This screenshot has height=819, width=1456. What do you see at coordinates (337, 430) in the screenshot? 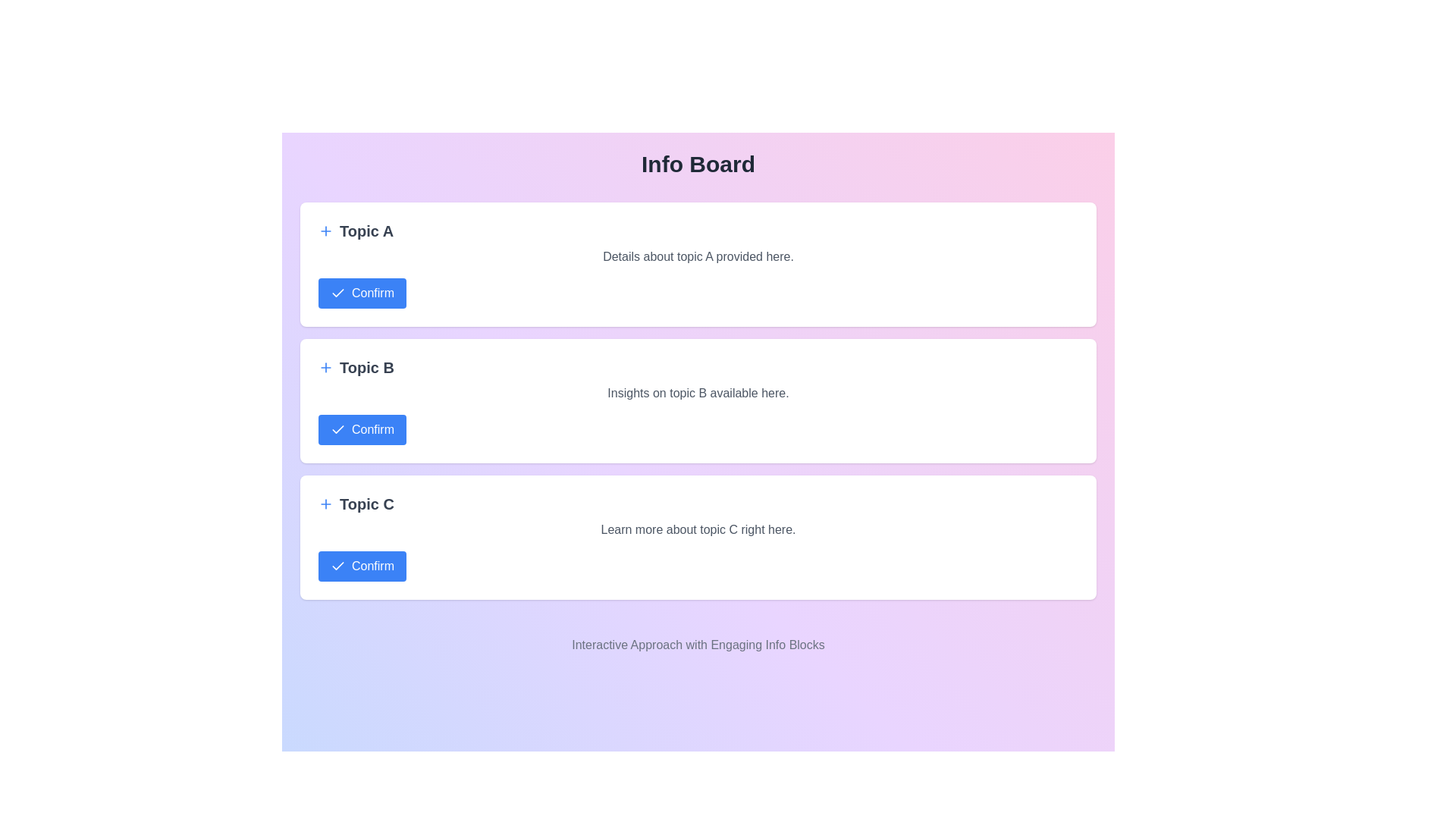
I see `the checkmark icon inside the 'Confirm' button associated with 'Topic B'` at bounding box center [337, 430].